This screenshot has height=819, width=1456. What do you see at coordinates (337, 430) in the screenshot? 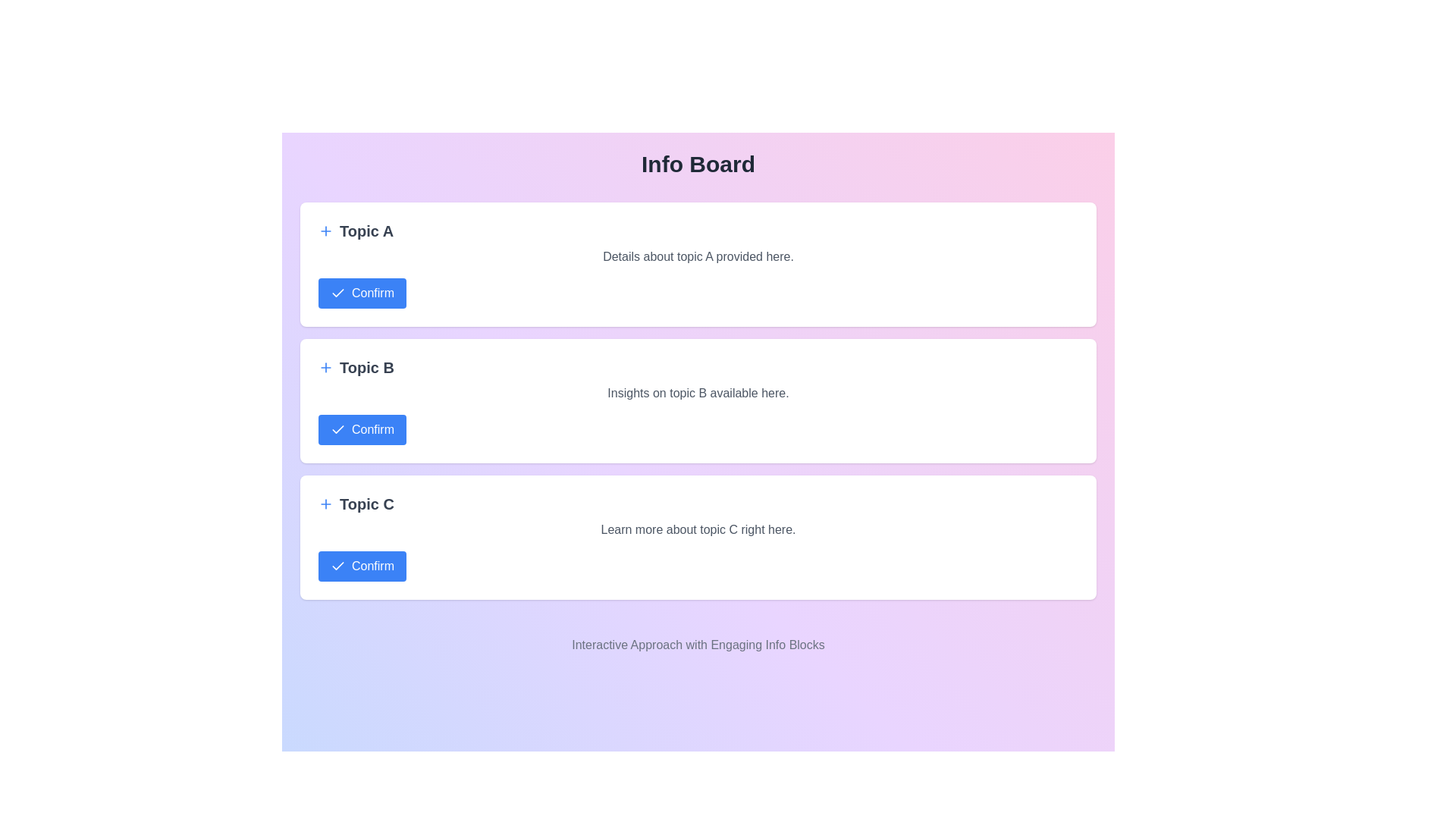
I see `the checkmark icon inside the 'Confirm' button associated with 'Topic B'` at bounding box center [337, 430].